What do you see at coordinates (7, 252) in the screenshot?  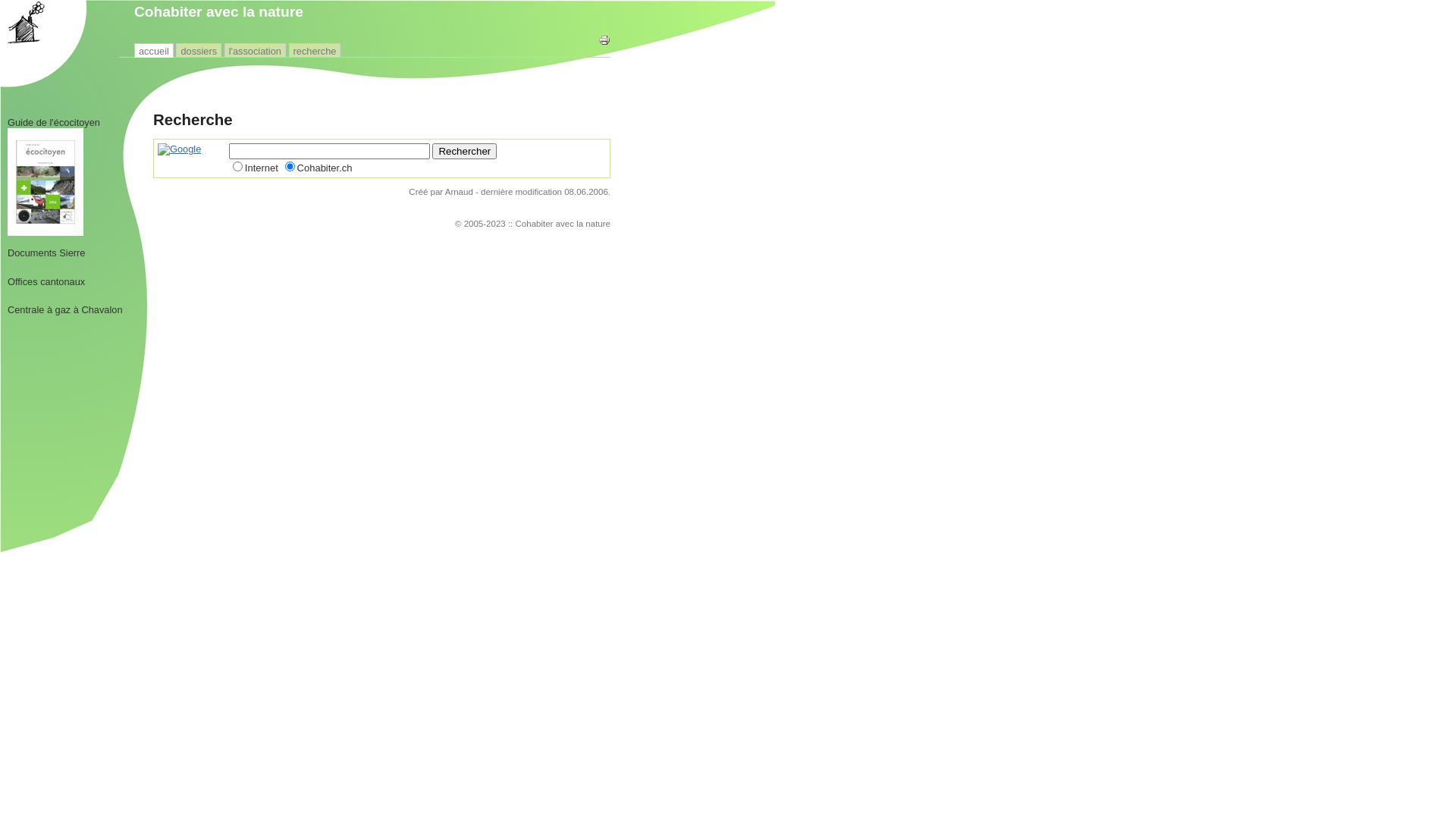 I see `'Documents Sierre'` at bounding box center [7, 252].